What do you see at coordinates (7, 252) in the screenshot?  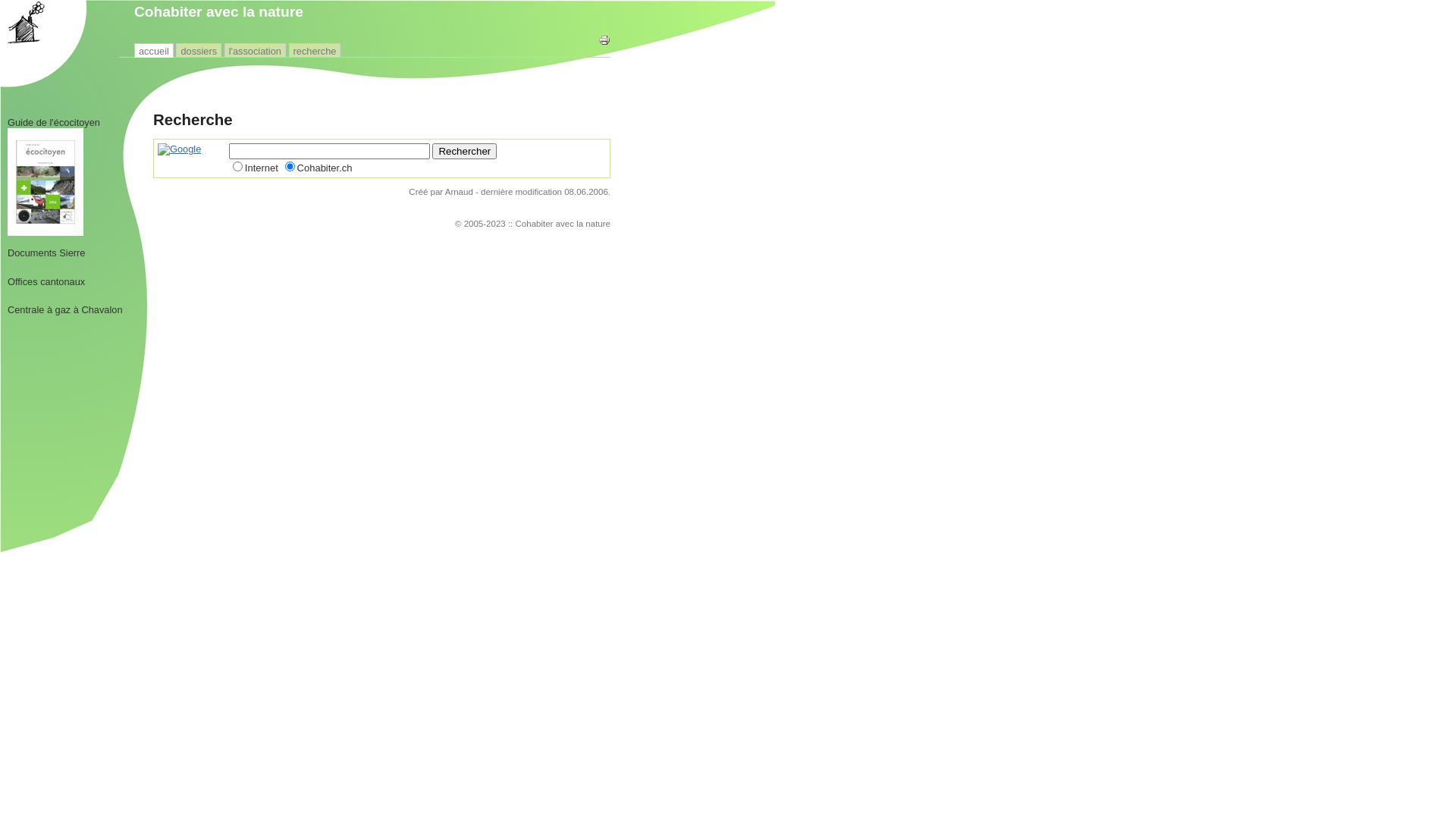 I see `'Documents Sierre'` at bounding box center [7, 252].